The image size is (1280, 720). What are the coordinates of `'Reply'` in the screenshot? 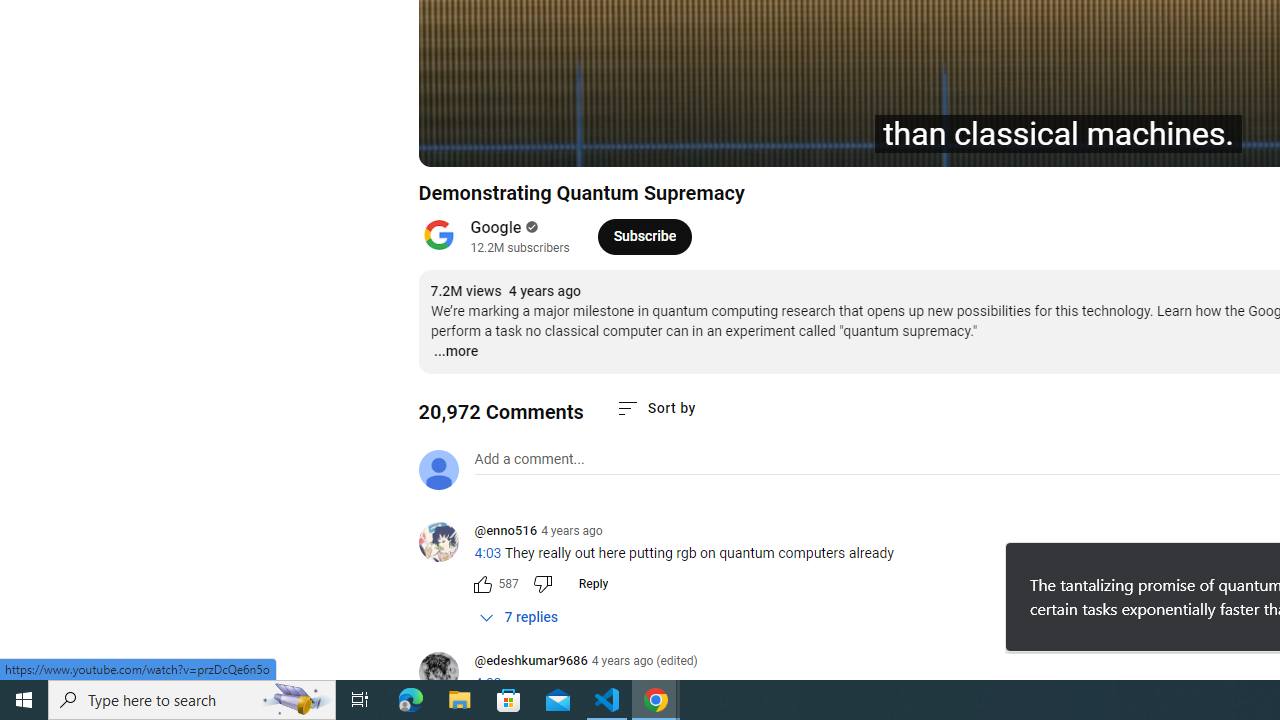 It's located at (592, 583).